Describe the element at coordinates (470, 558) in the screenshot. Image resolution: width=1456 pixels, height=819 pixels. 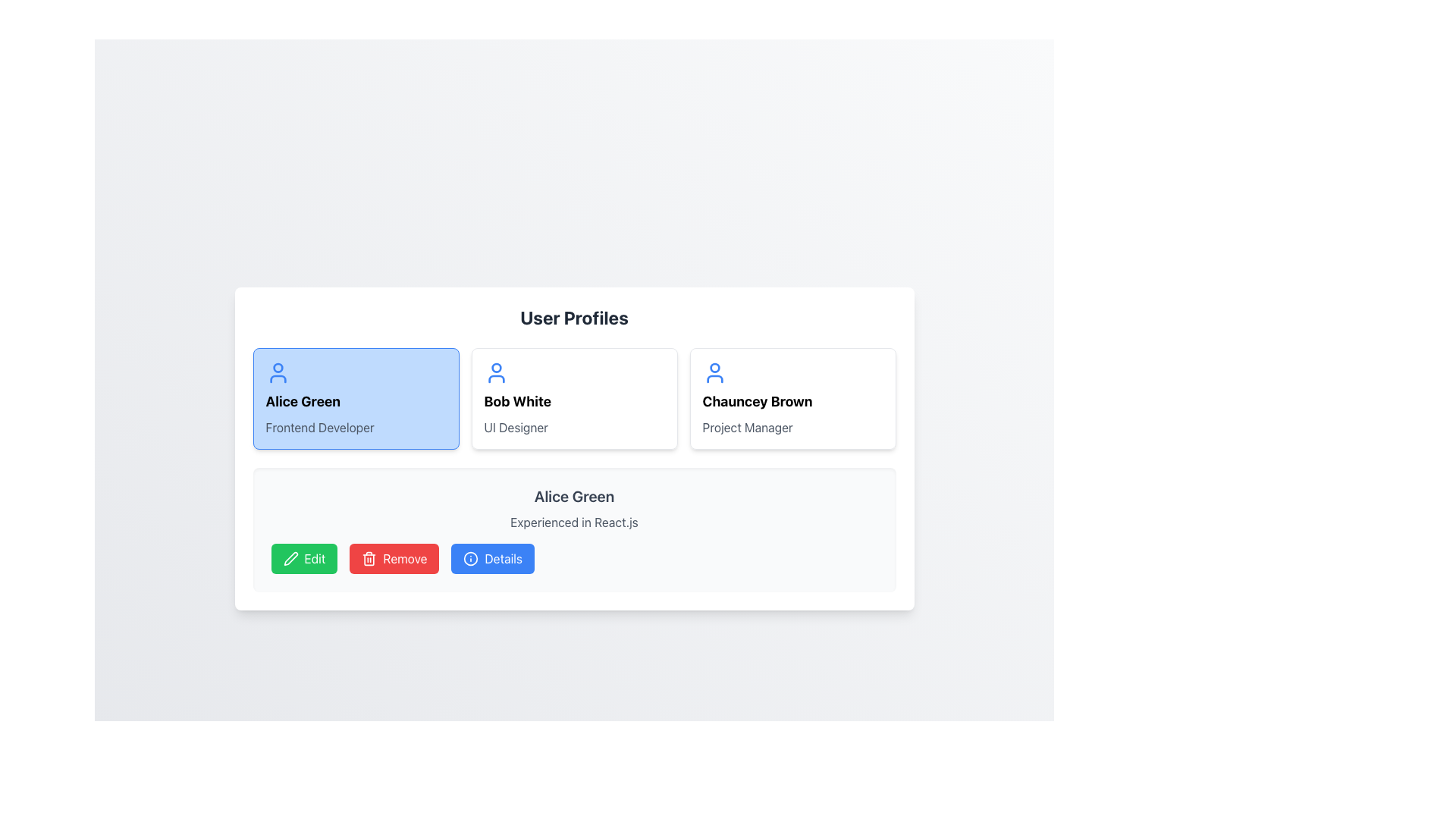
I see `the 'Details' icon positioned on the blue 'Details' button to the left of the button's text label at the bottom-right of Alice Green's user profile card` at that location.